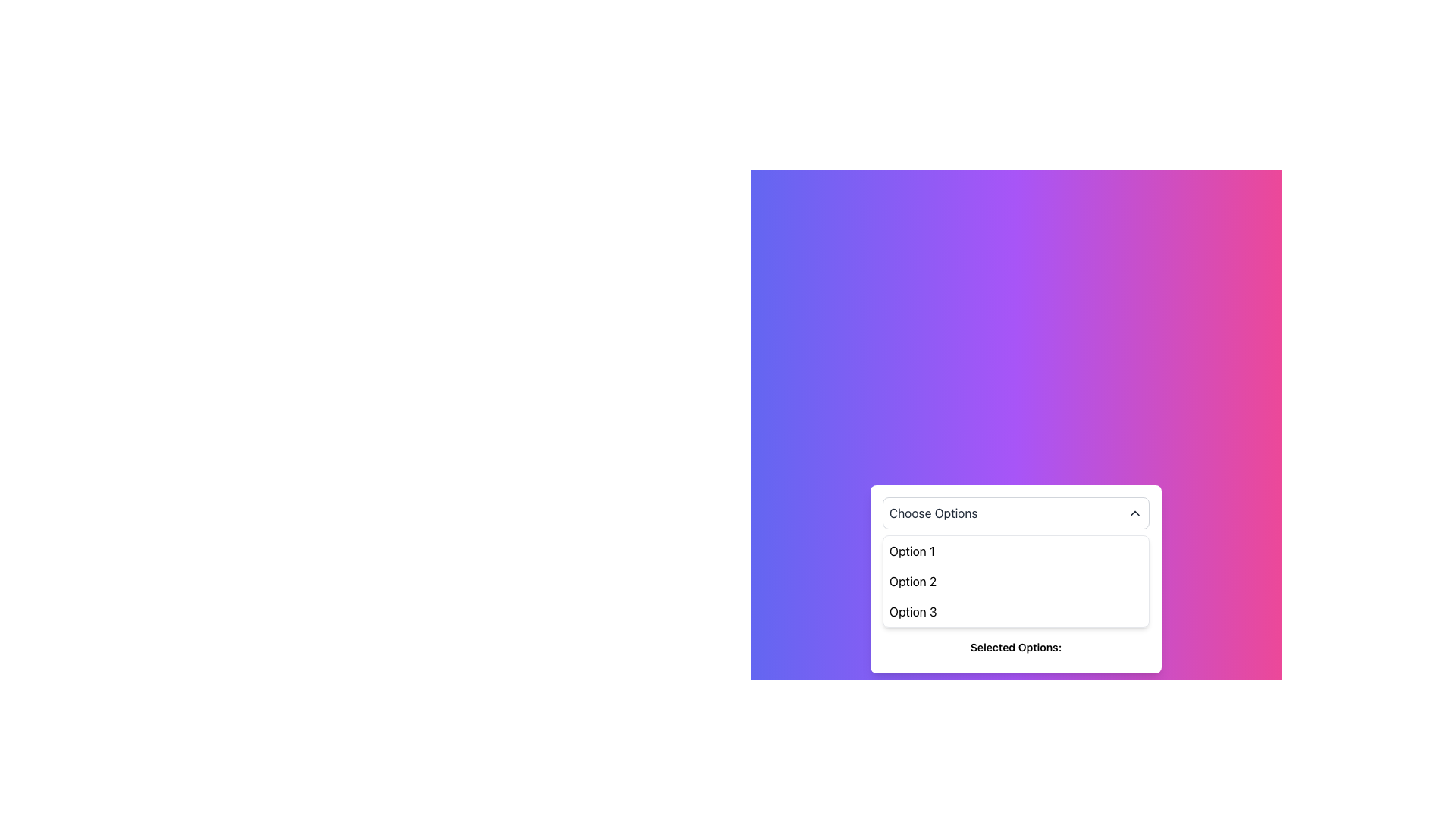 Image resolution: width=1456 pixels, height=819 pixels. Describe the element at coordinates (1135, 513) in the screenshot. I see `the downward-pointing chevron icon next to the 'Choose Options' text` at that location.